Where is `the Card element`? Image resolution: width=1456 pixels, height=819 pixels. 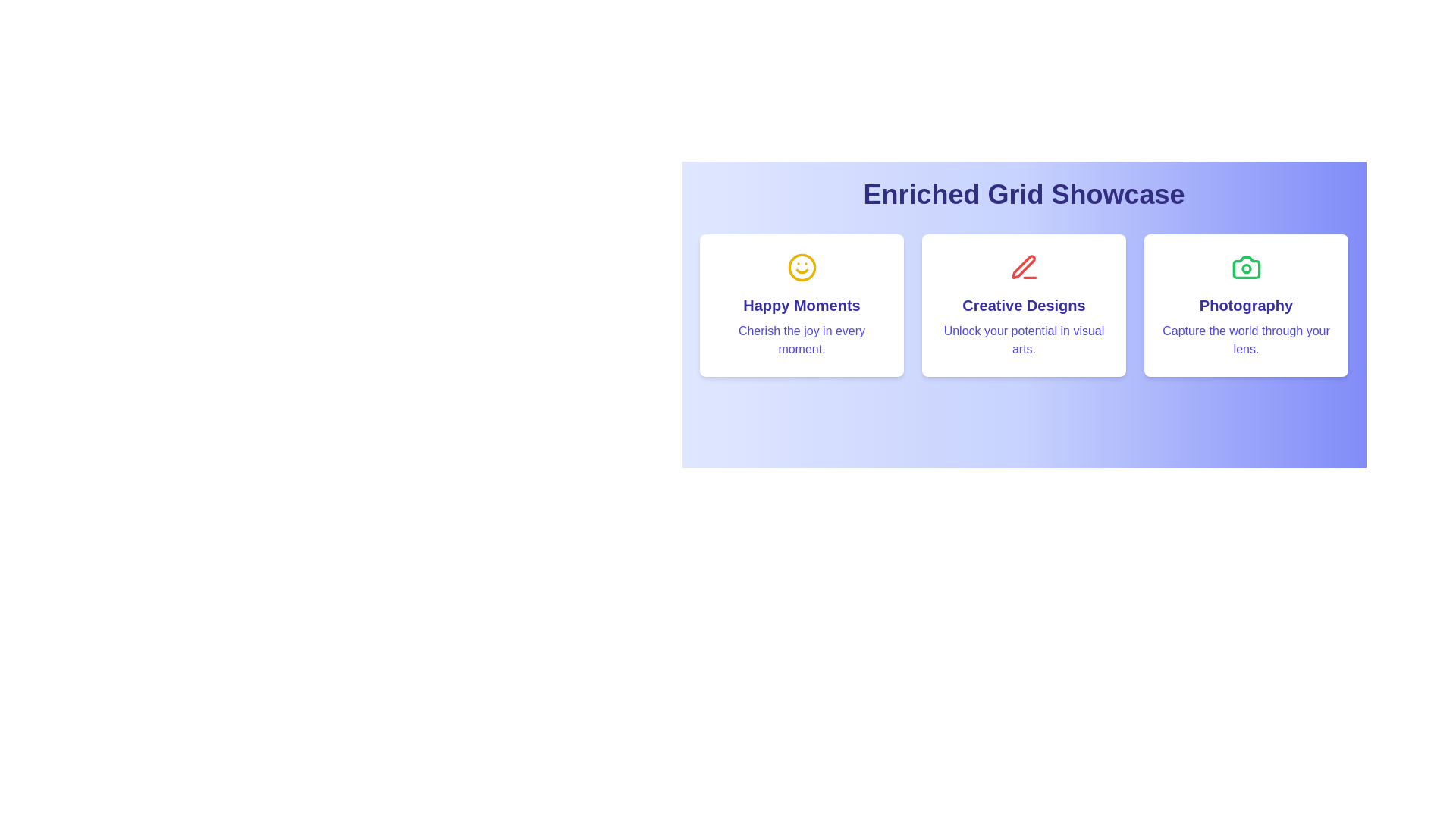 the Card element is located at coordinates (1024, 305).